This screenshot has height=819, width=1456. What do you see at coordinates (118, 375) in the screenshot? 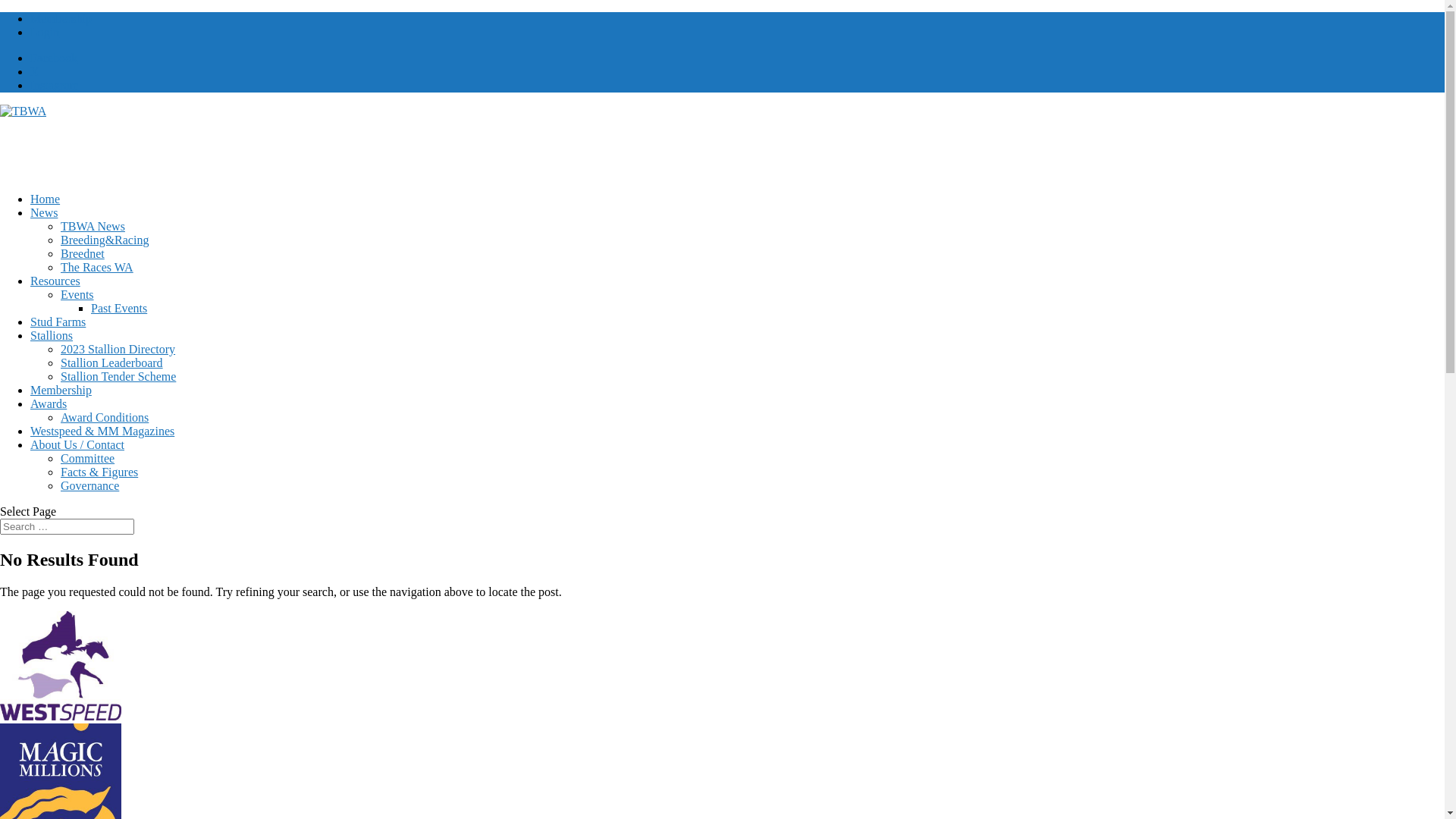
I see `'Stallion Tender Scheme'` at bounding box center [118, 375].